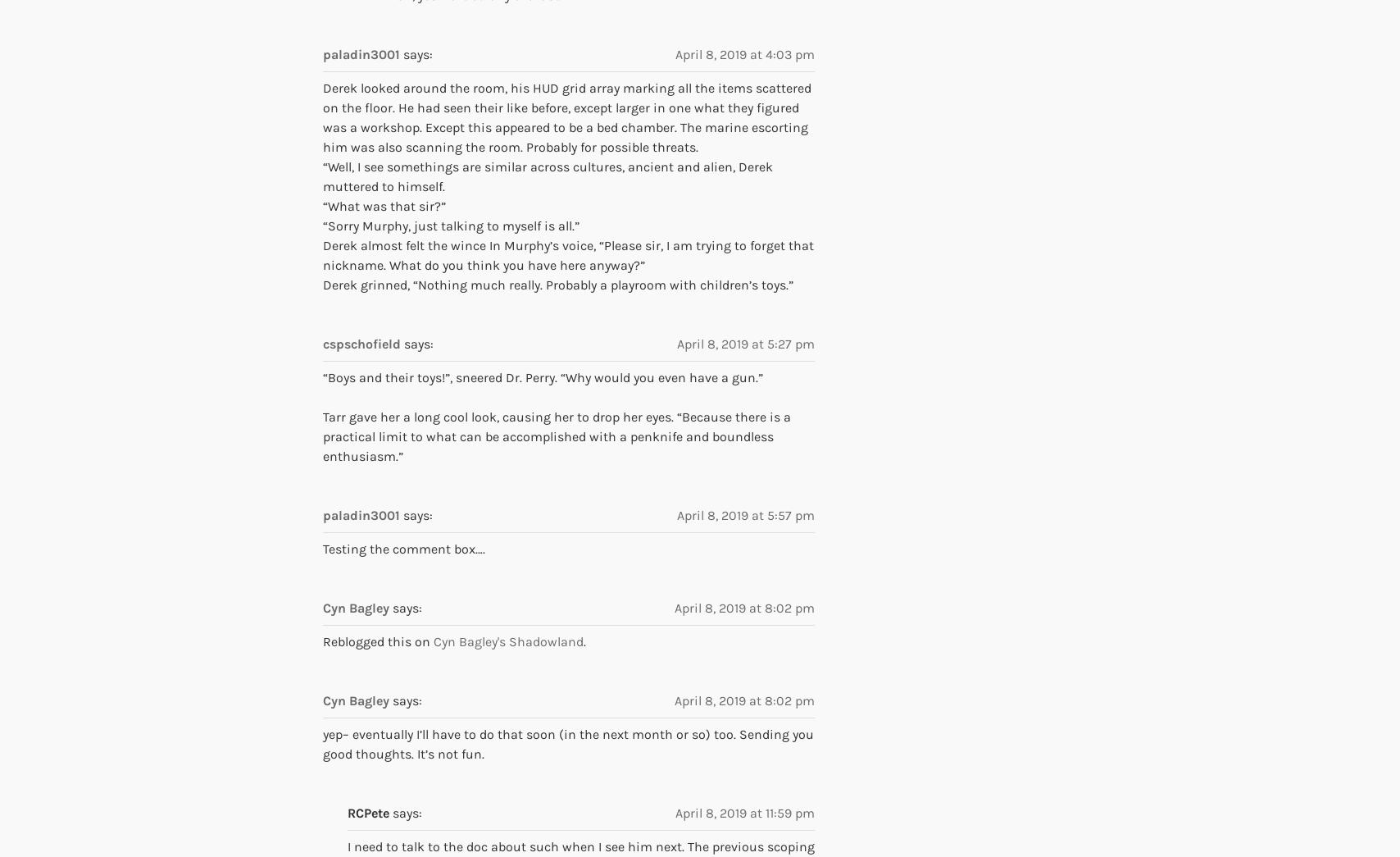 This screenshot has height=857, width=1400. I want to click on 'RCPete', so click(368, 812).